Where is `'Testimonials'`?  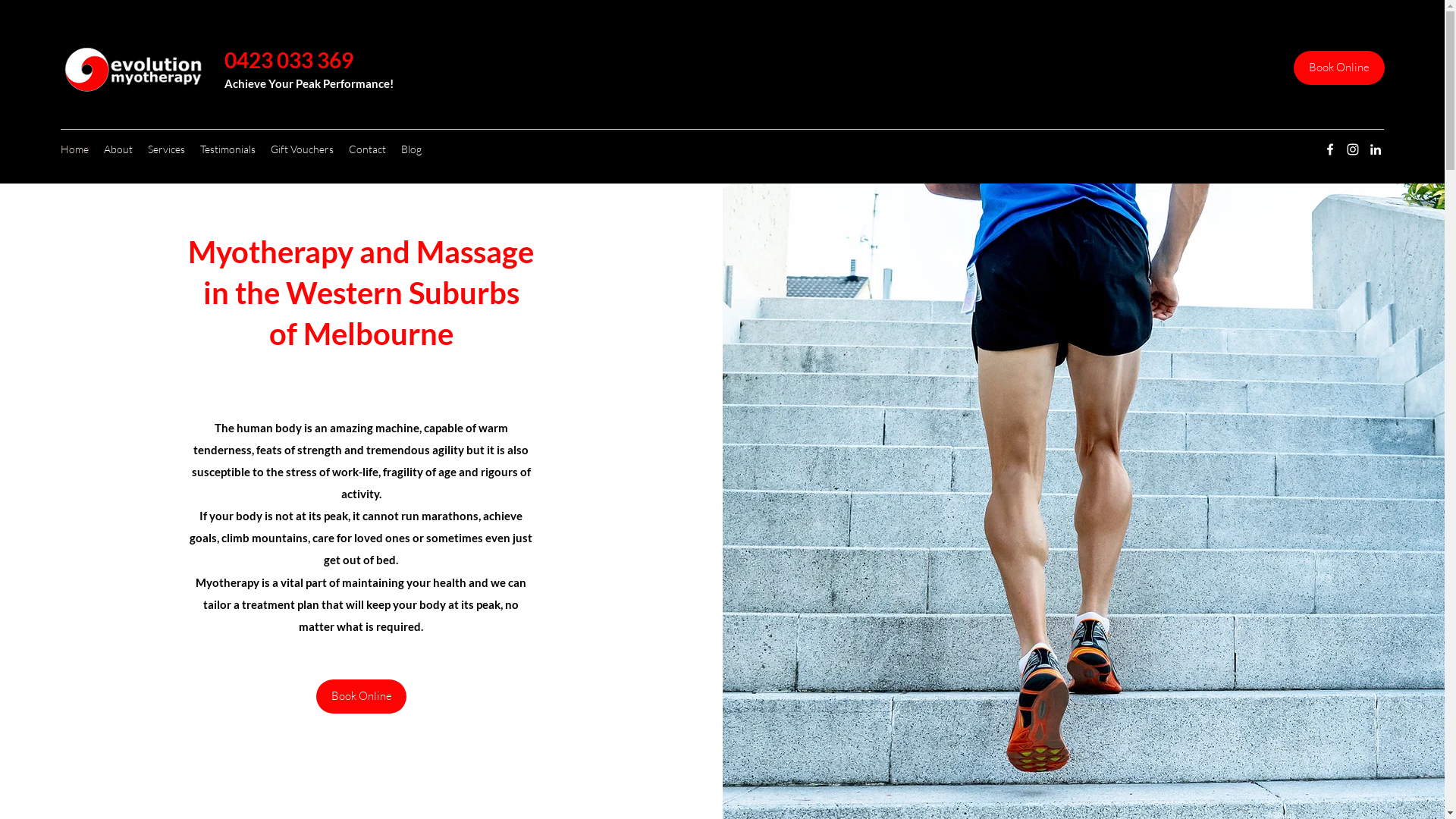
'Testimonials' is located at coordinates (192, 149).